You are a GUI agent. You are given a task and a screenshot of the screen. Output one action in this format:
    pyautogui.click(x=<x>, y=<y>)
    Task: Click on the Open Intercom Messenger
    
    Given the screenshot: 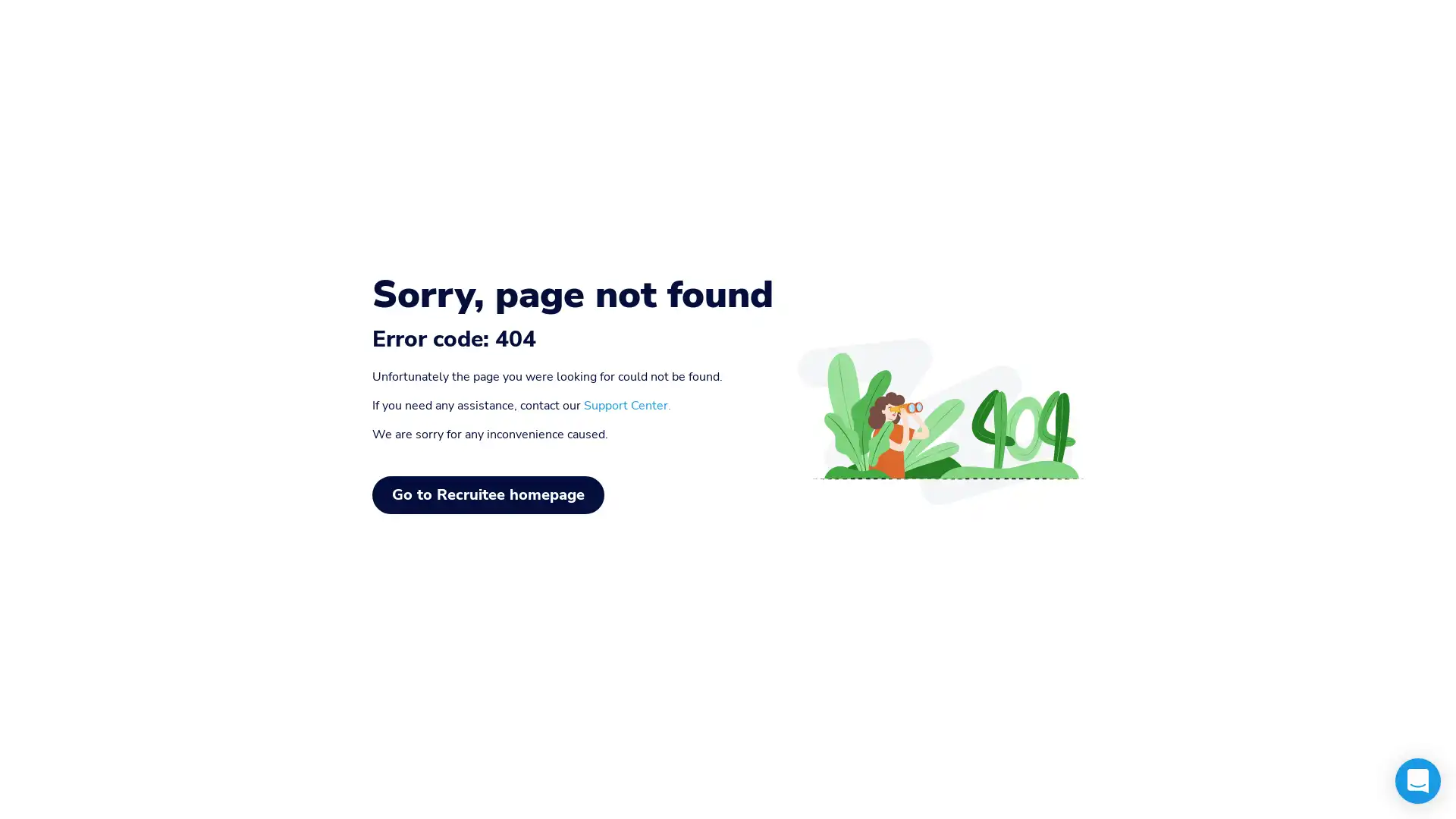 What is the action you would take?
    pyautogui.click(x=1417, y=780)
    